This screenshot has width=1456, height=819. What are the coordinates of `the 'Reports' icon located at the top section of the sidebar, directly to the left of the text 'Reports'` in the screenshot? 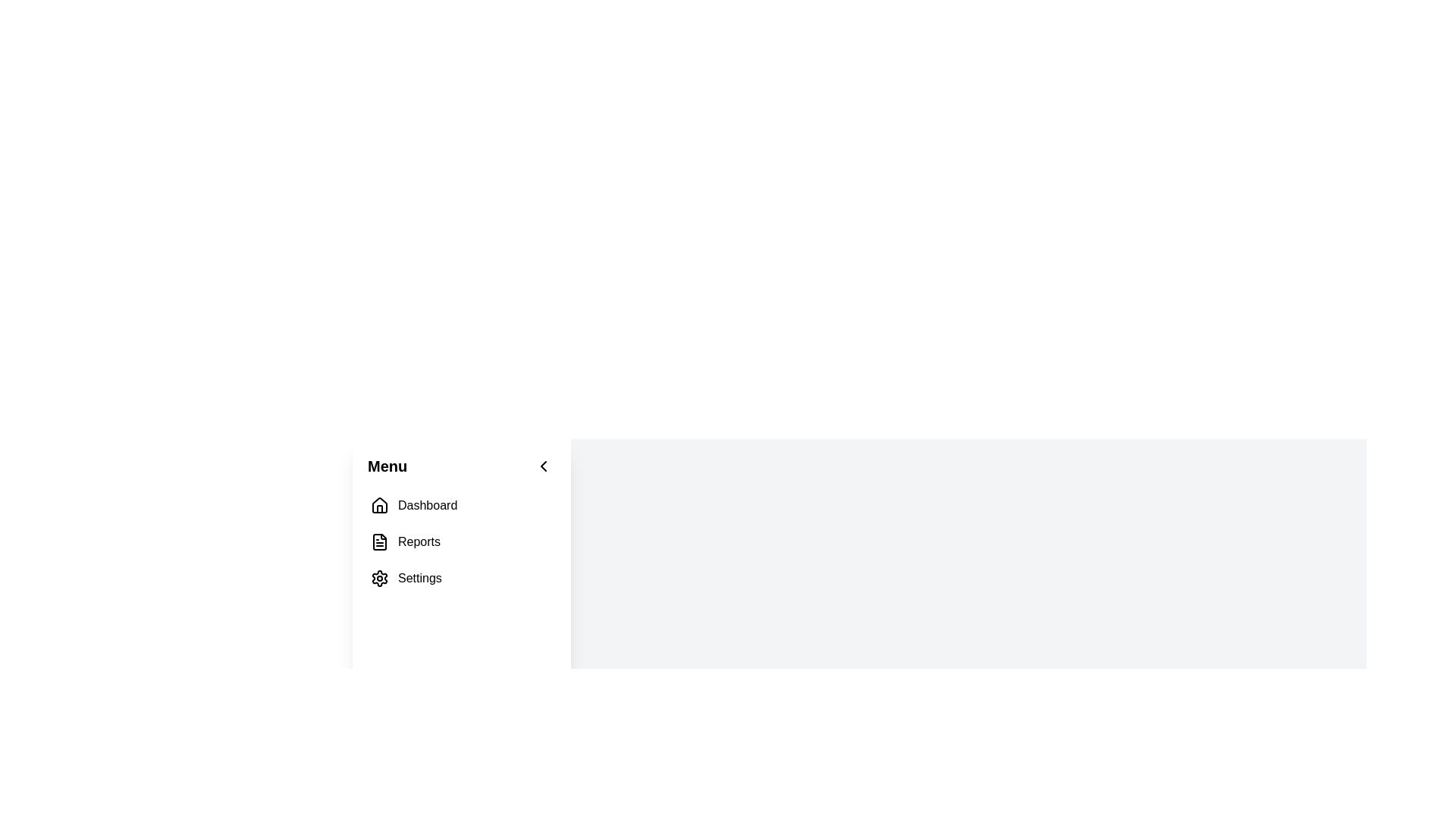 It's located at (379, 541).